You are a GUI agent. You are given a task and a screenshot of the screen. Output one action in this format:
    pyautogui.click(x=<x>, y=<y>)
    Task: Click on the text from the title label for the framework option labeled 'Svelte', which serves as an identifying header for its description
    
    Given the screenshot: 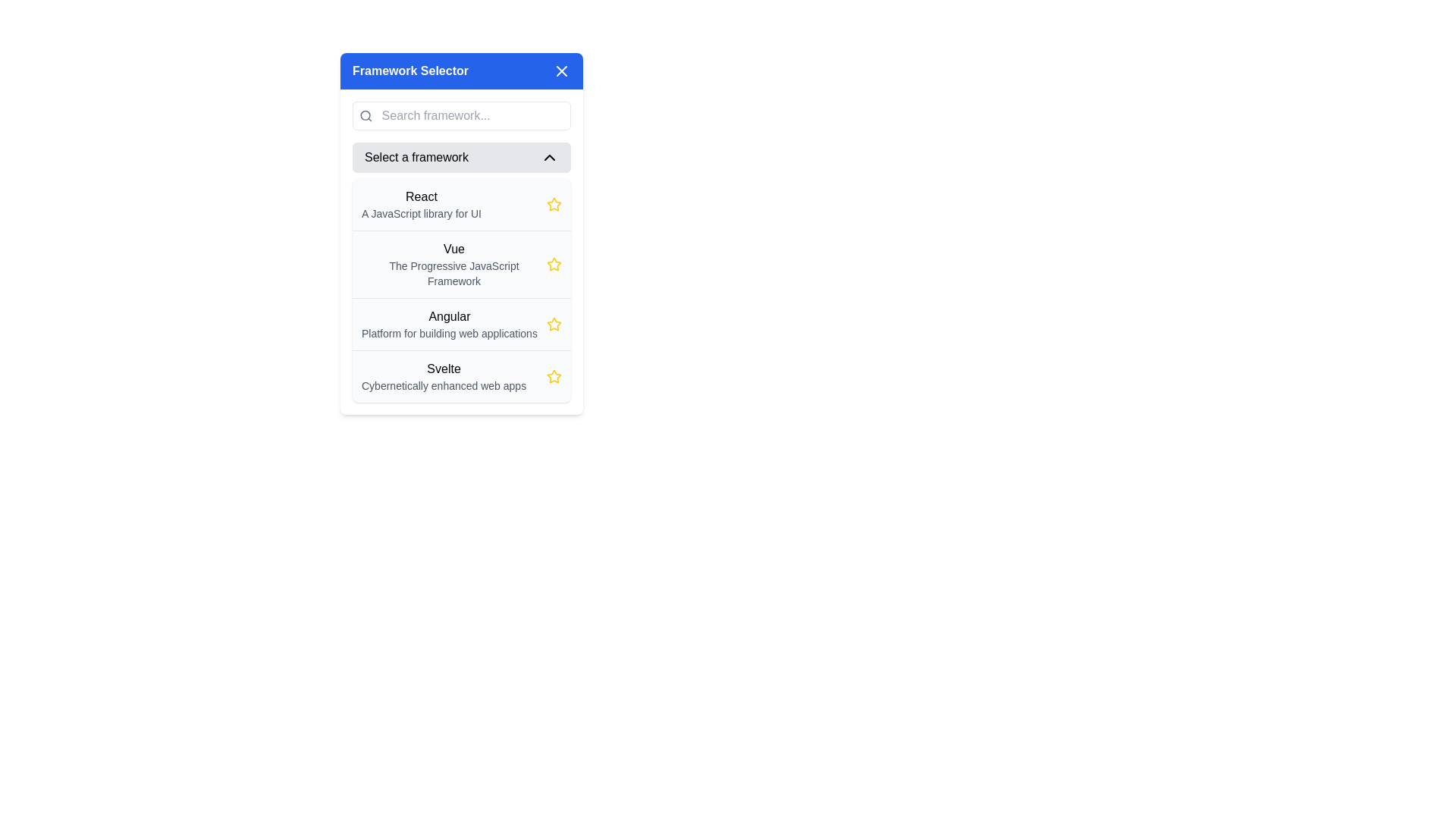 What is the action you would take?
    pyautogui.click(x=443, y=369)
    